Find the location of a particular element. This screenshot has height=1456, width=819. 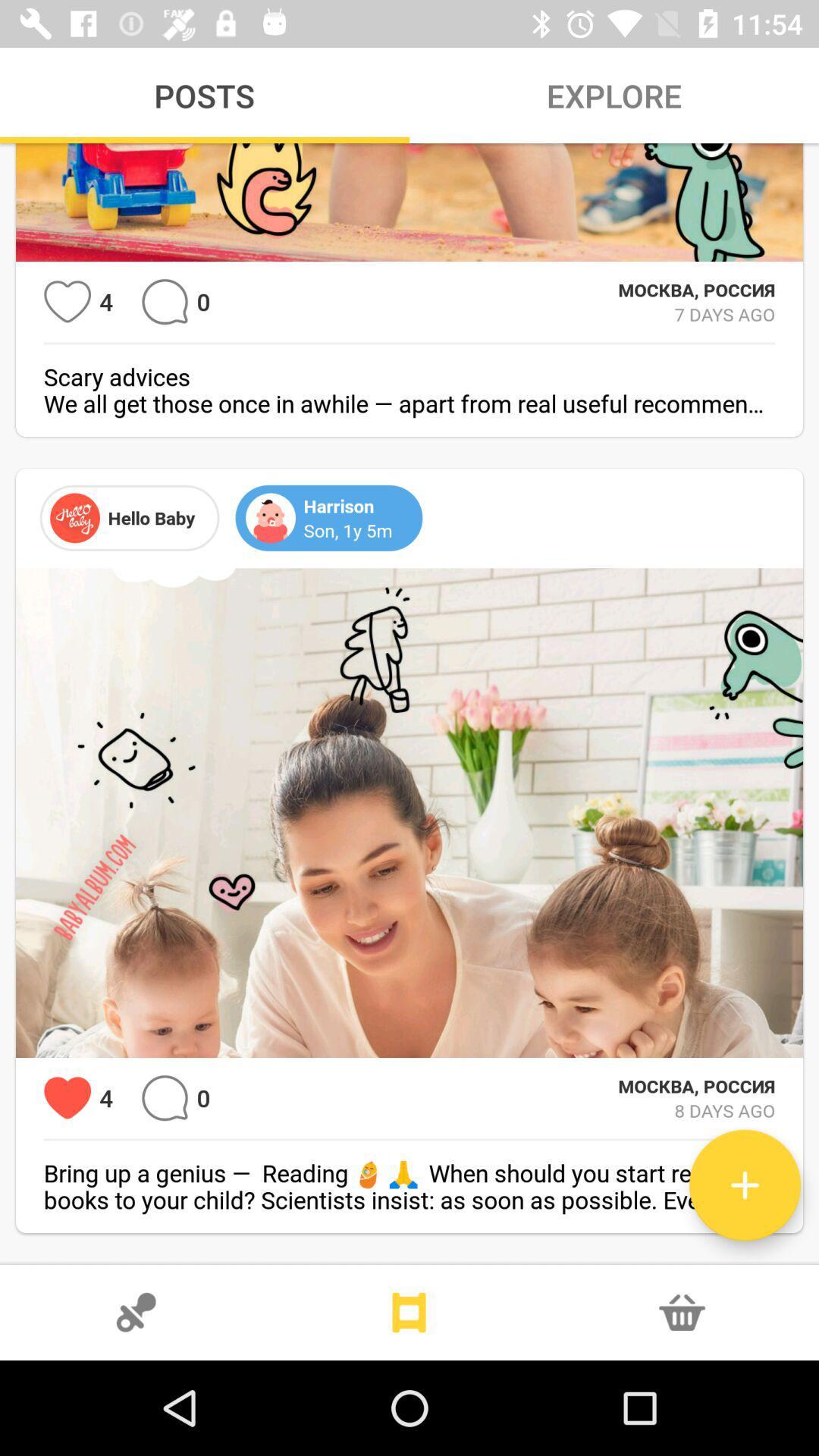

like button is located at coordinates (67, 1098).